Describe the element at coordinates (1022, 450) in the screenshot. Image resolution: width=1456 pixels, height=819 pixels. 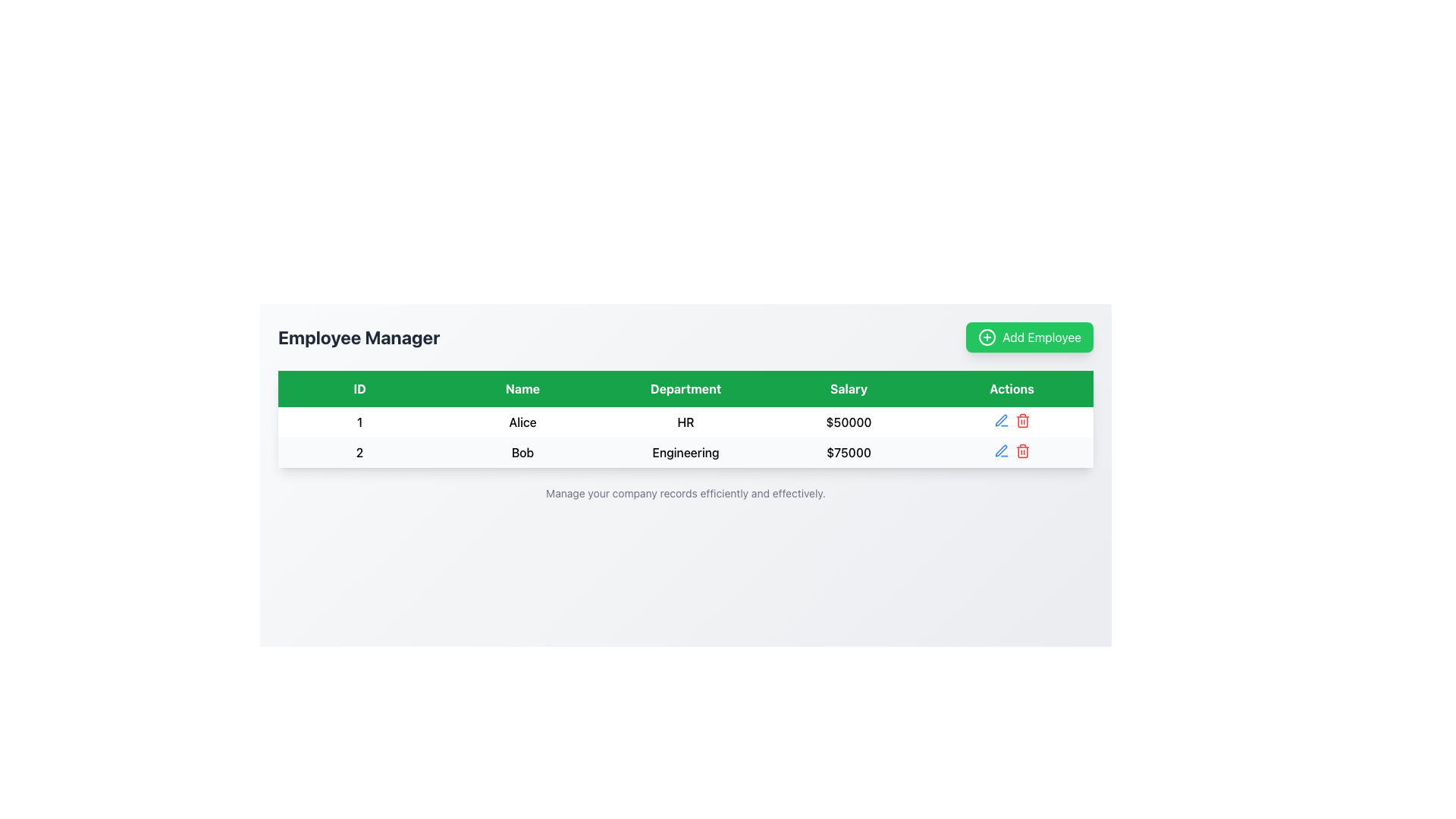
I see `the red trash bin icon in the Actions column of the second row to change its color` at that location.